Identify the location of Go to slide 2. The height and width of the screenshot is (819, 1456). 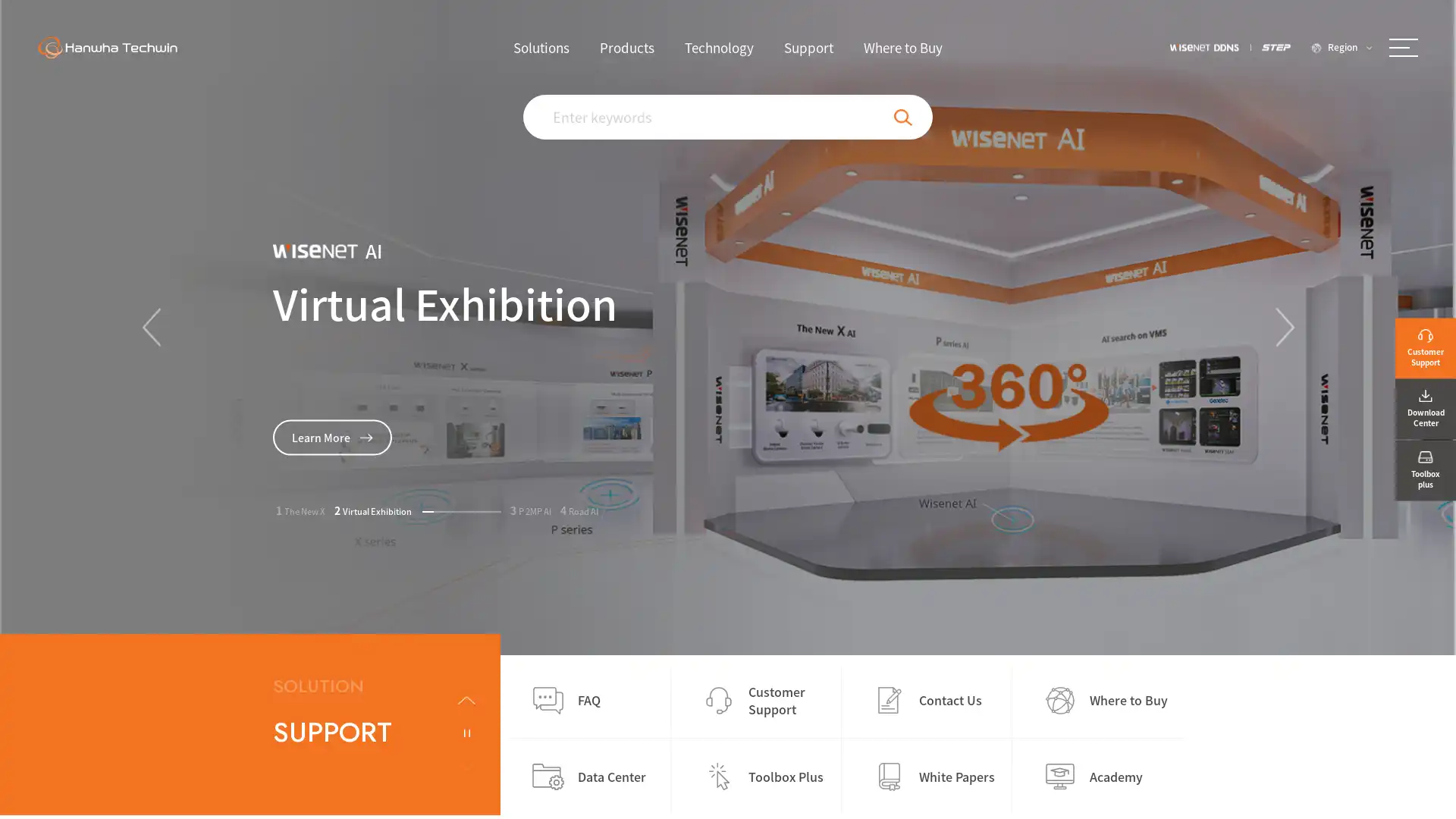
(417, 511).